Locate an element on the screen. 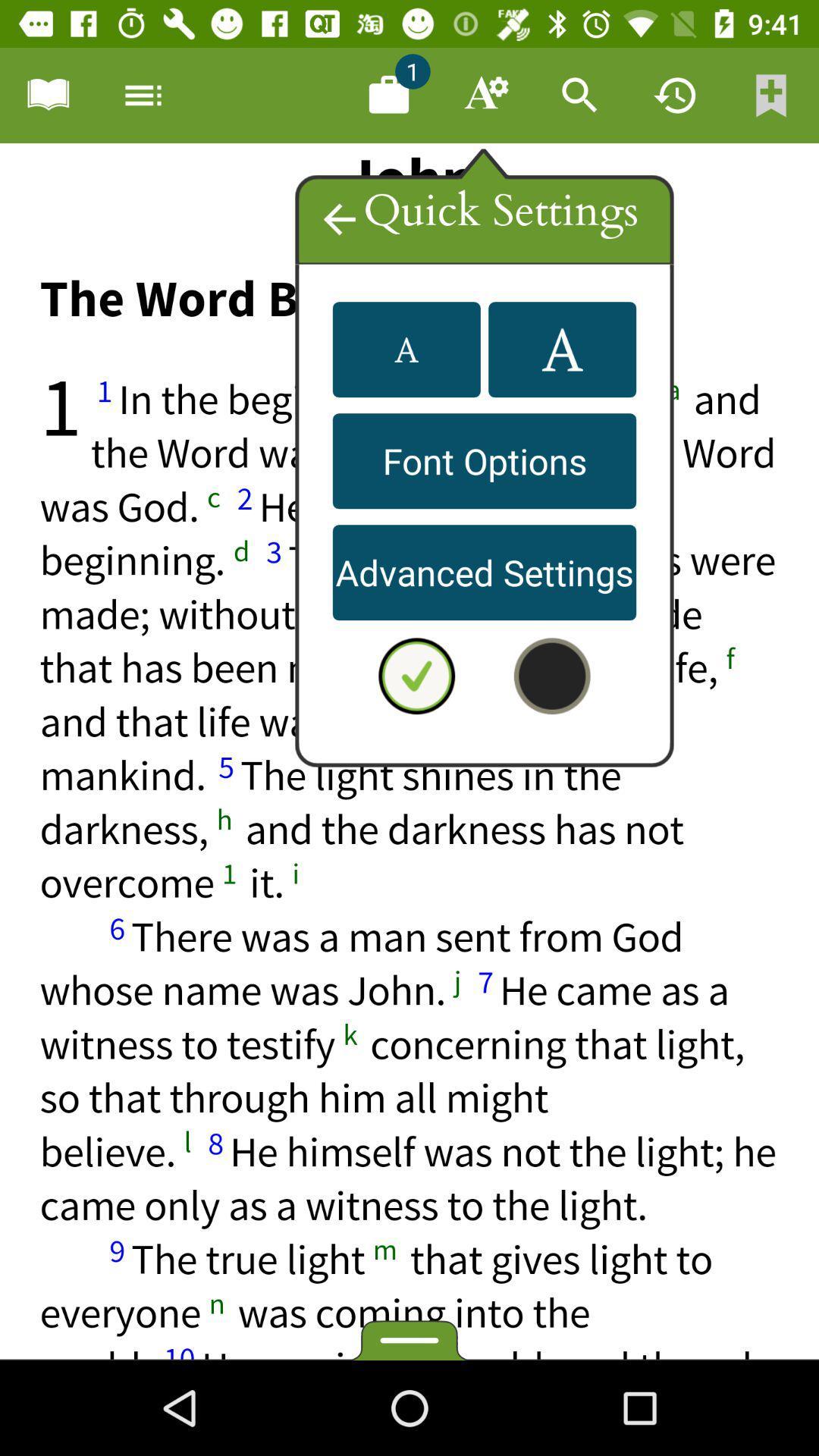 This screenshot has width=819, height=1456. a bookmark is located at coordinates (46, 94).